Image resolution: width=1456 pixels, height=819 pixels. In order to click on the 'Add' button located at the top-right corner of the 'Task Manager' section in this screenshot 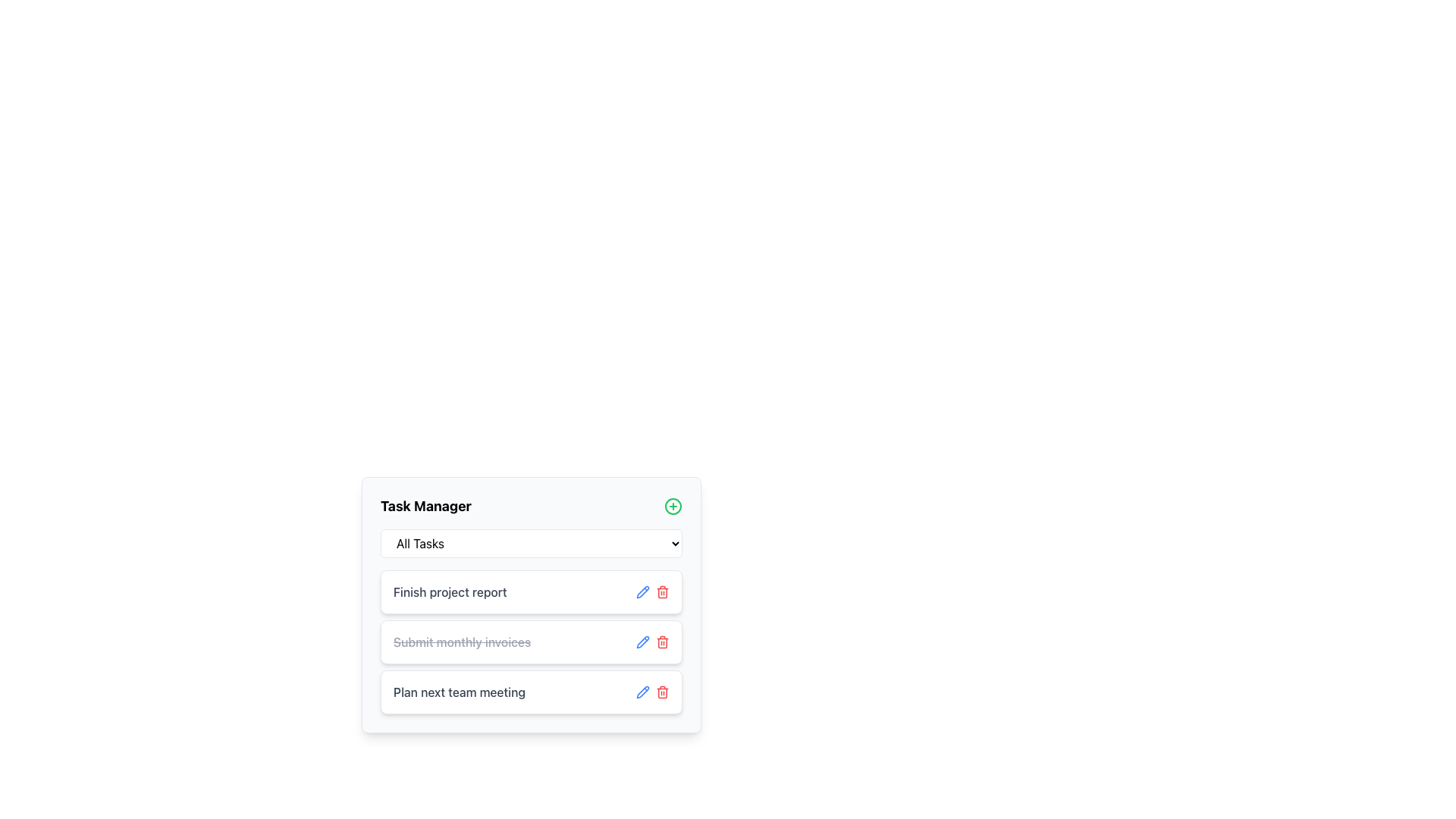, I will do `click(673, 506)`.